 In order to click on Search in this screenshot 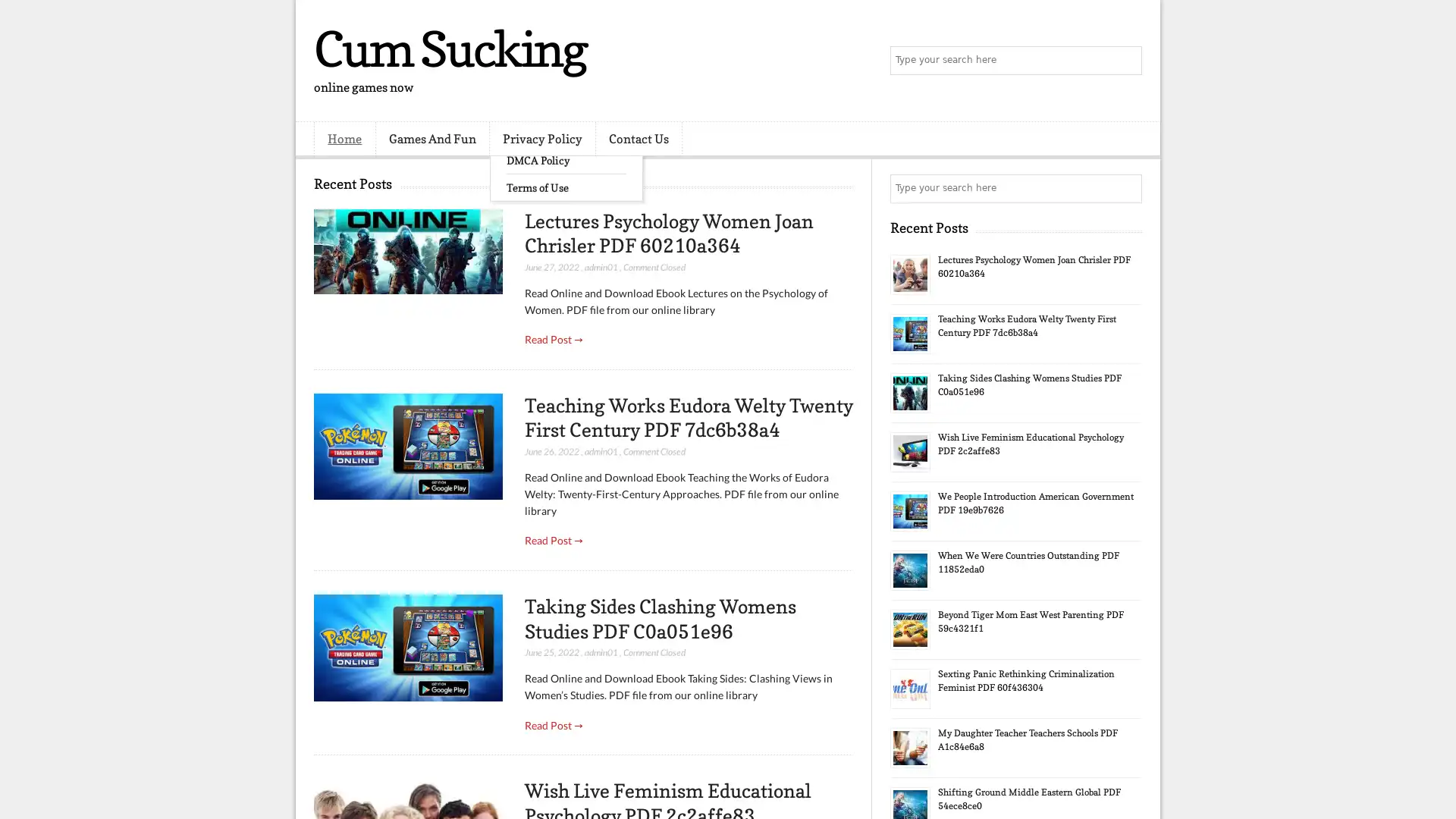, I will do `click(1126, 188)`.